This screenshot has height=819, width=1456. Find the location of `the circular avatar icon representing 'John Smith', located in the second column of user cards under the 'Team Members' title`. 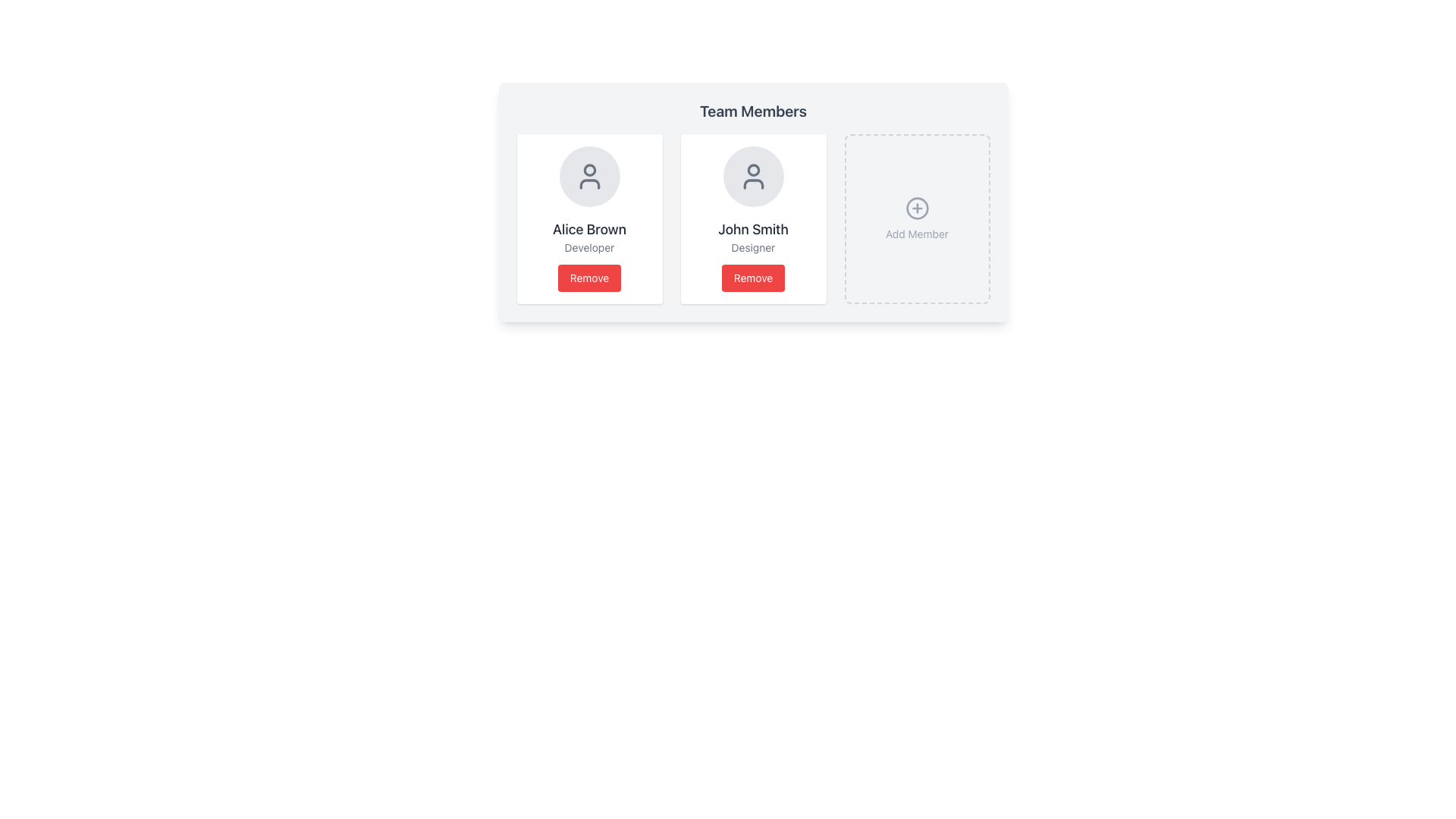

the circular avatar icon representing 'John Smith', located in the second column of user cards under the 'Team Members' title is located at coordinates (753, 175).